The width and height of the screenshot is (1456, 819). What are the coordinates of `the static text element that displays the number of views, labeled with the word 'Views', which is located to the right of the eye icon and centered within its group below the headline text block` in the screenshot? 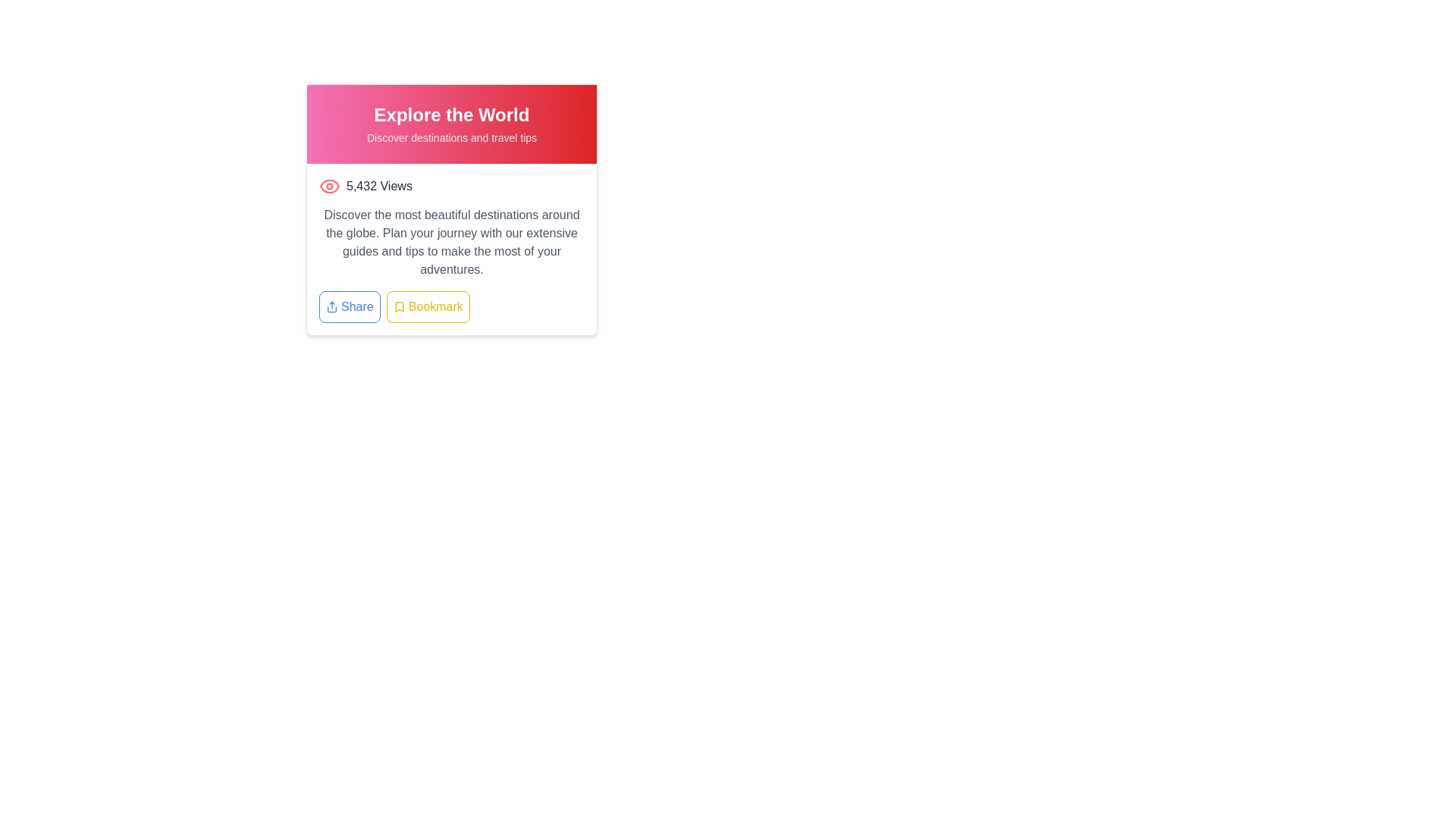 It's located at (379, 186).